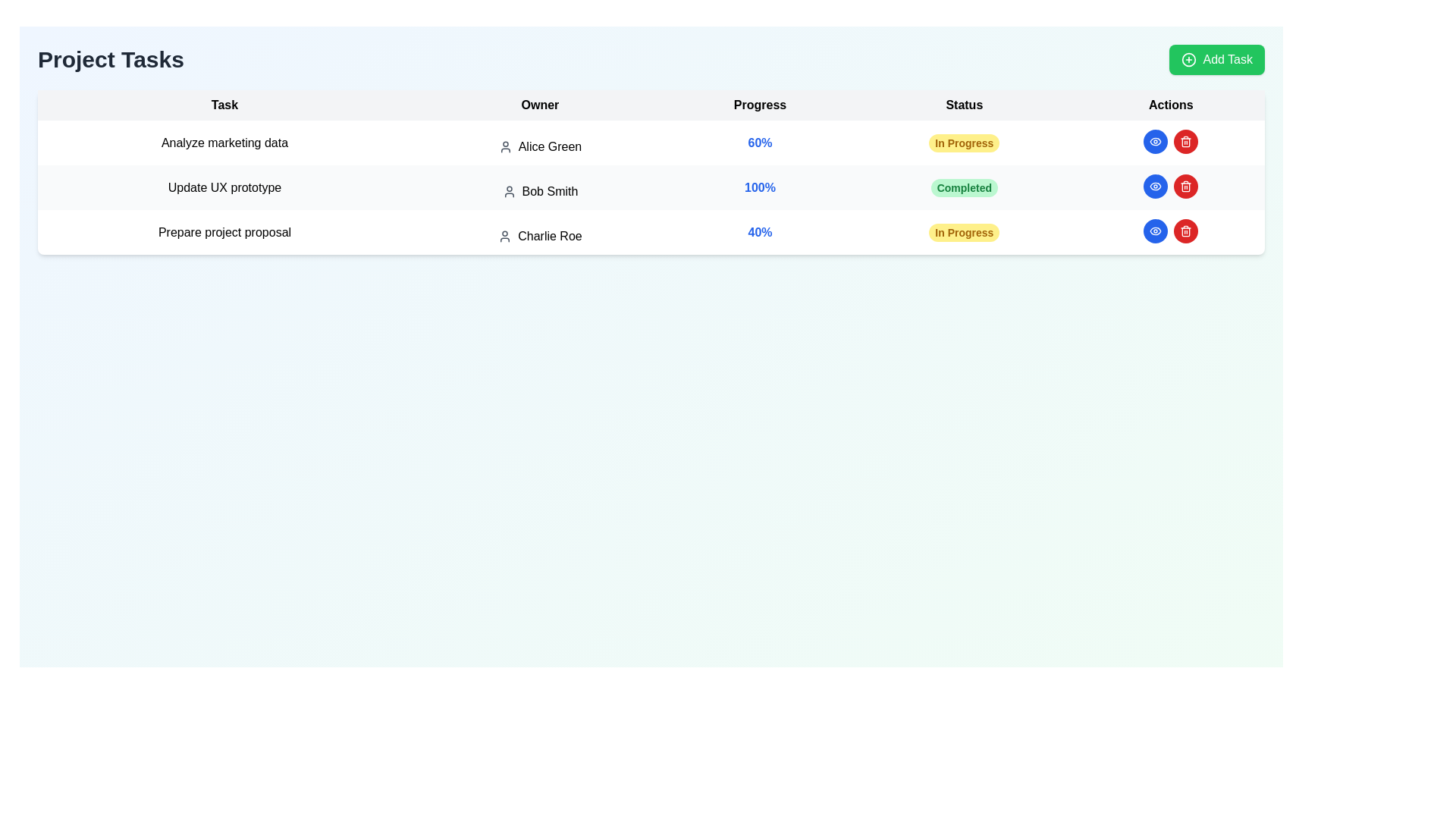  What do you see at coordinates (760, 187) in the screenshot?
I see `the static text label displaying '100%' in bold, blue font located in the 'Progress' column of the second row of a table, following the 'Bob Smith' element` at bounding box center [760, 187].